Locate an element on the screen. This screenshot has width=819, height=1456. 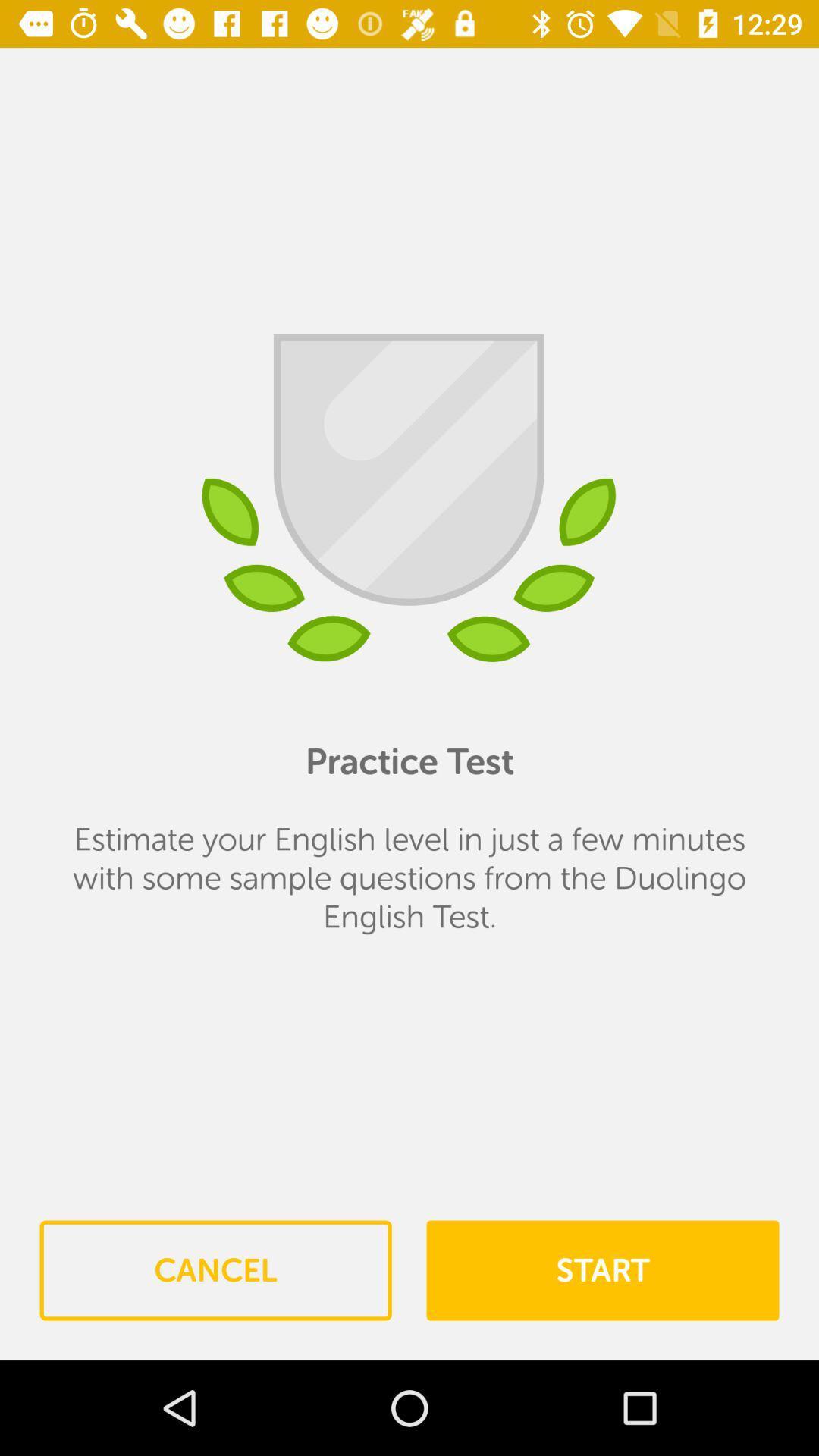
the start at the bottom right corner is located at coordinates (601, 1270).